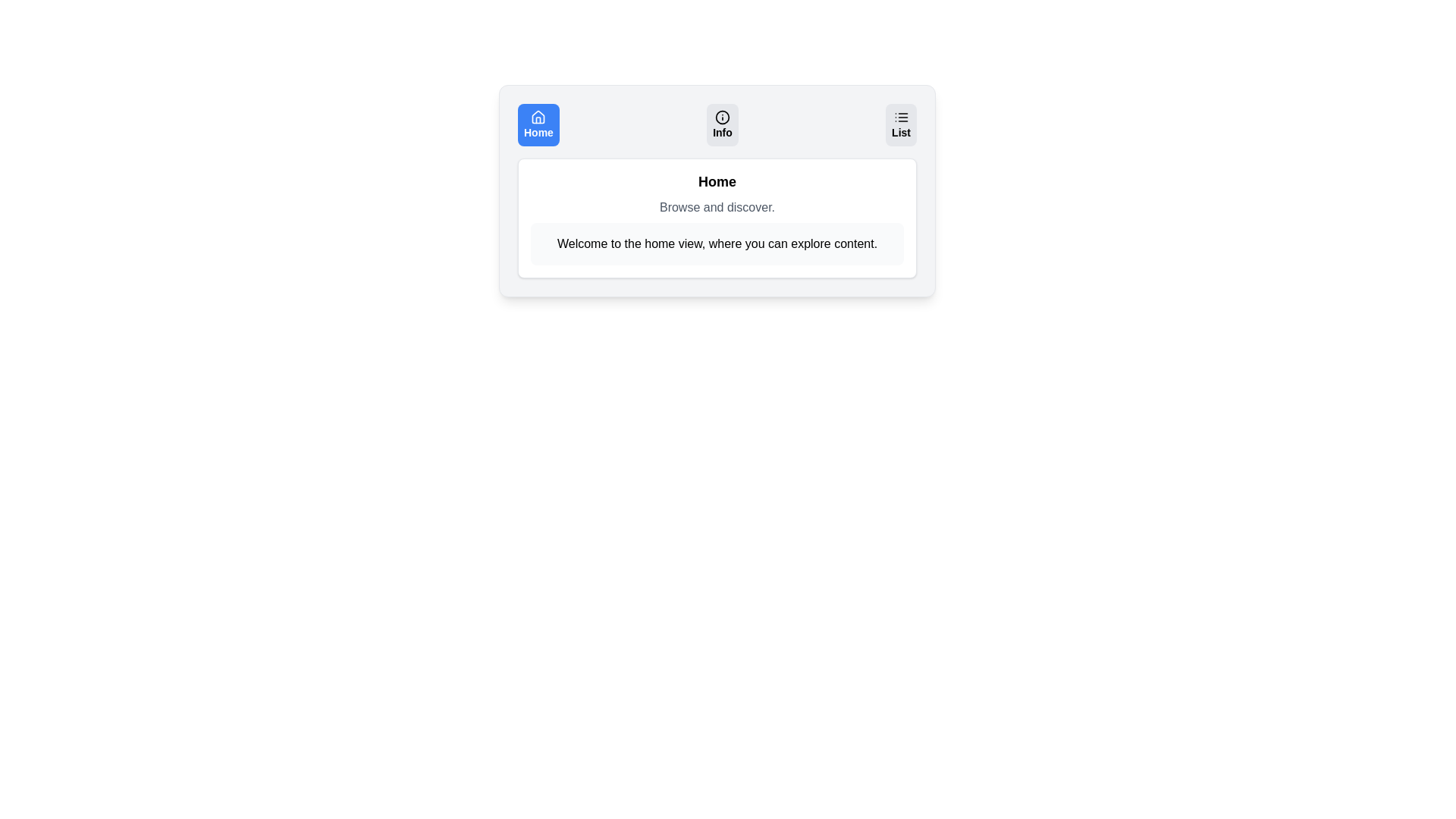 The width and height of the screenshot is (1456, 819). Describe the element at coordinates (901, 116) in the screenshot. I see `the icon associated with the List tab` at that location.